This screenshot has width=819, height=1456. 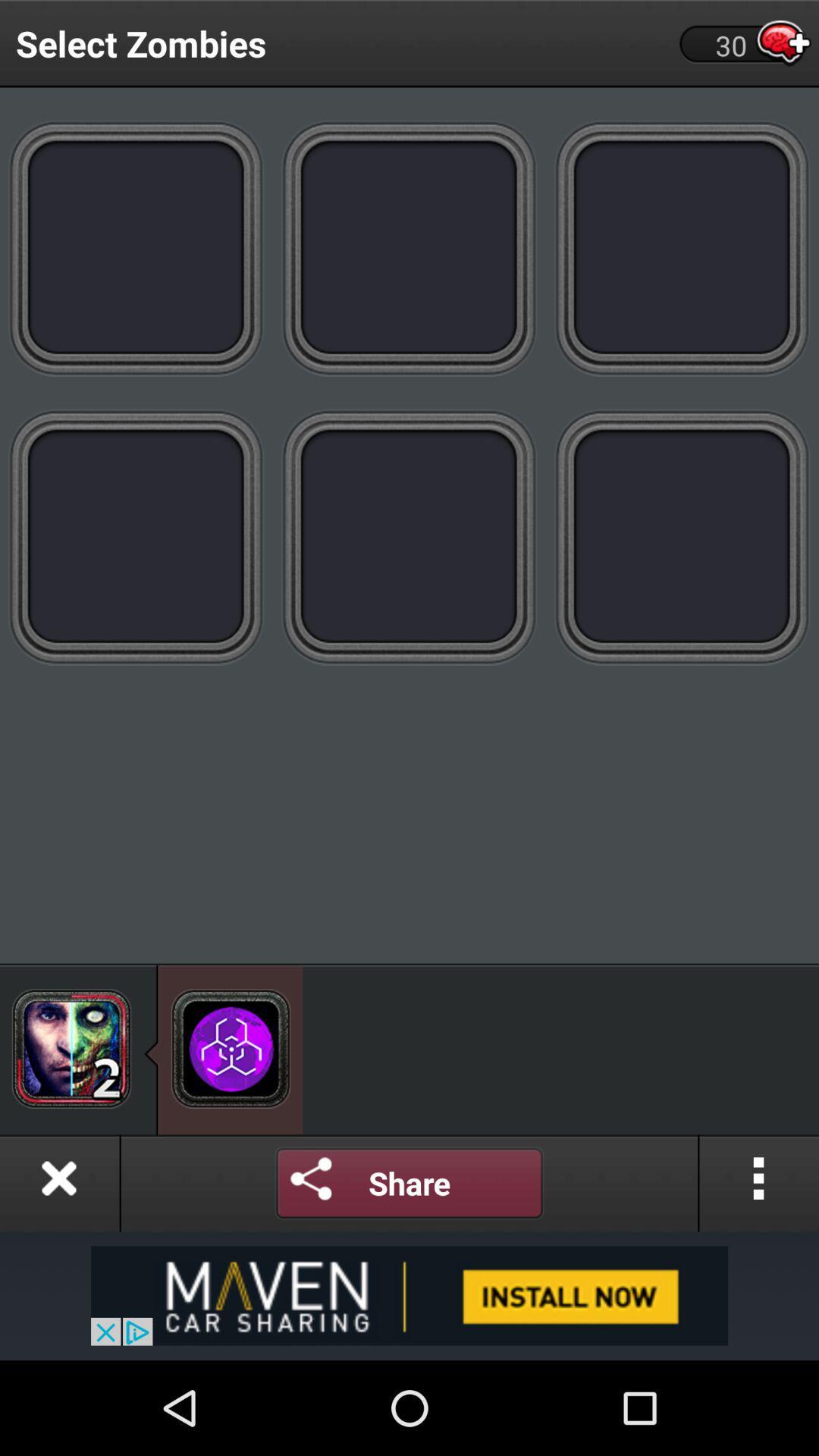 I want to click on the close icon, so click(x=58, y=1266).